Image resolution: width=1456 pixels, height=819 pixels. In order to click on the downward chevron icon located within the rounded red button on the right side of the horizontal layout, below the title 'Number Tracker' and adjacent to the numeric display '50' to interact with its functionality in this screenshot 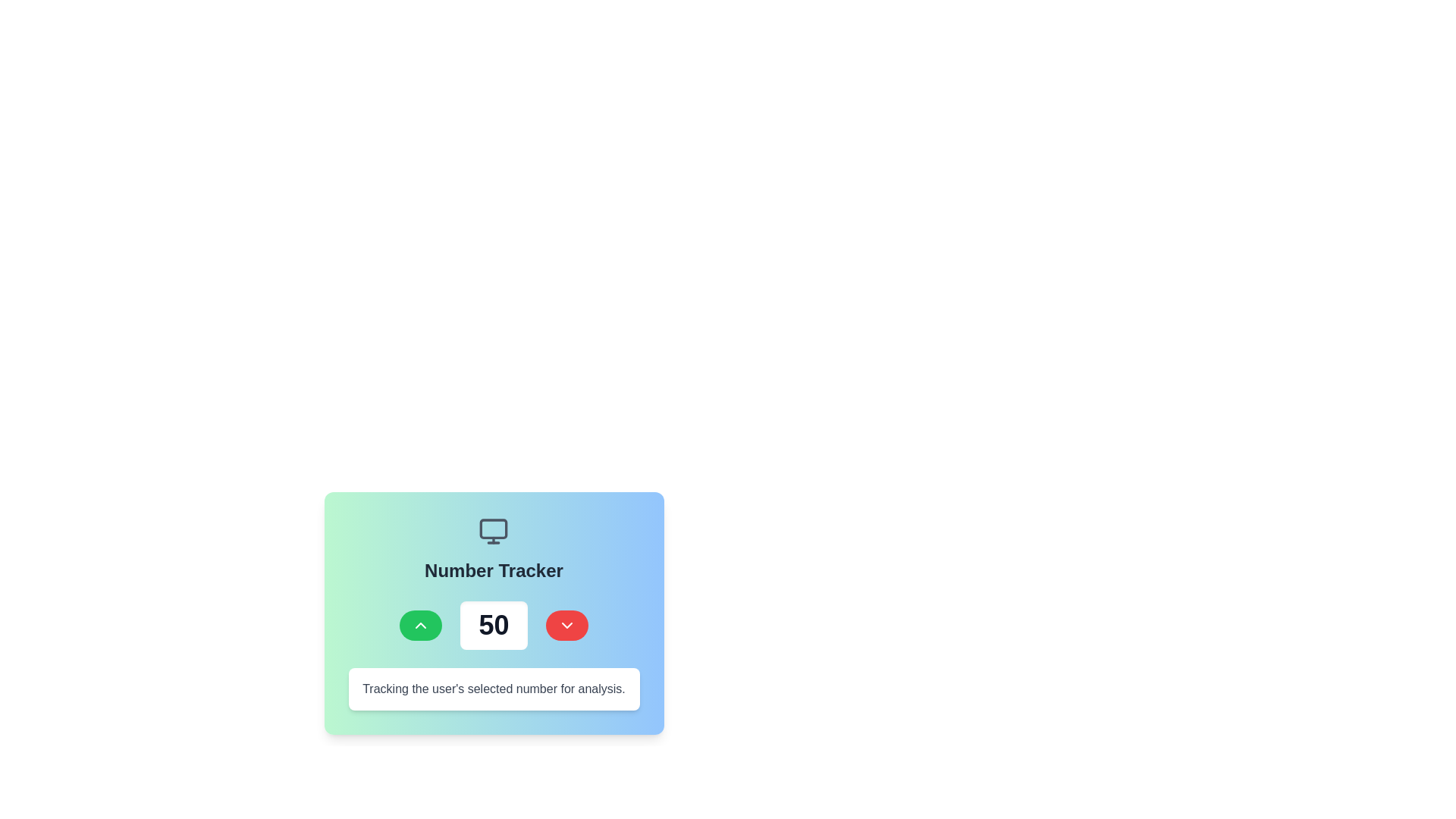, I will do `click(566, 626)`.